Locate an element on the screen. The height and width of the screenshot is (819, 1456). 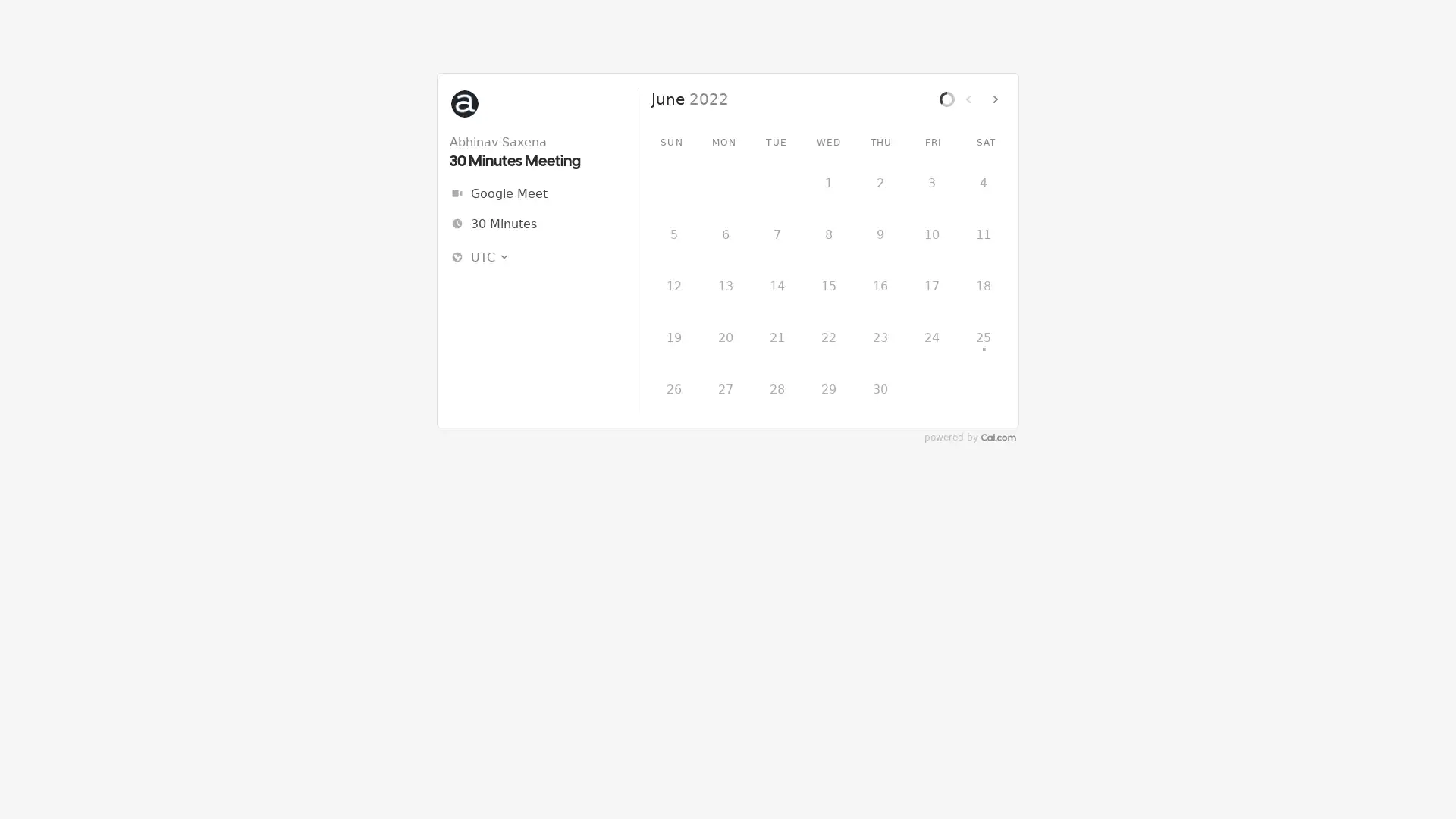
17 is located at coordinates (930, 286).